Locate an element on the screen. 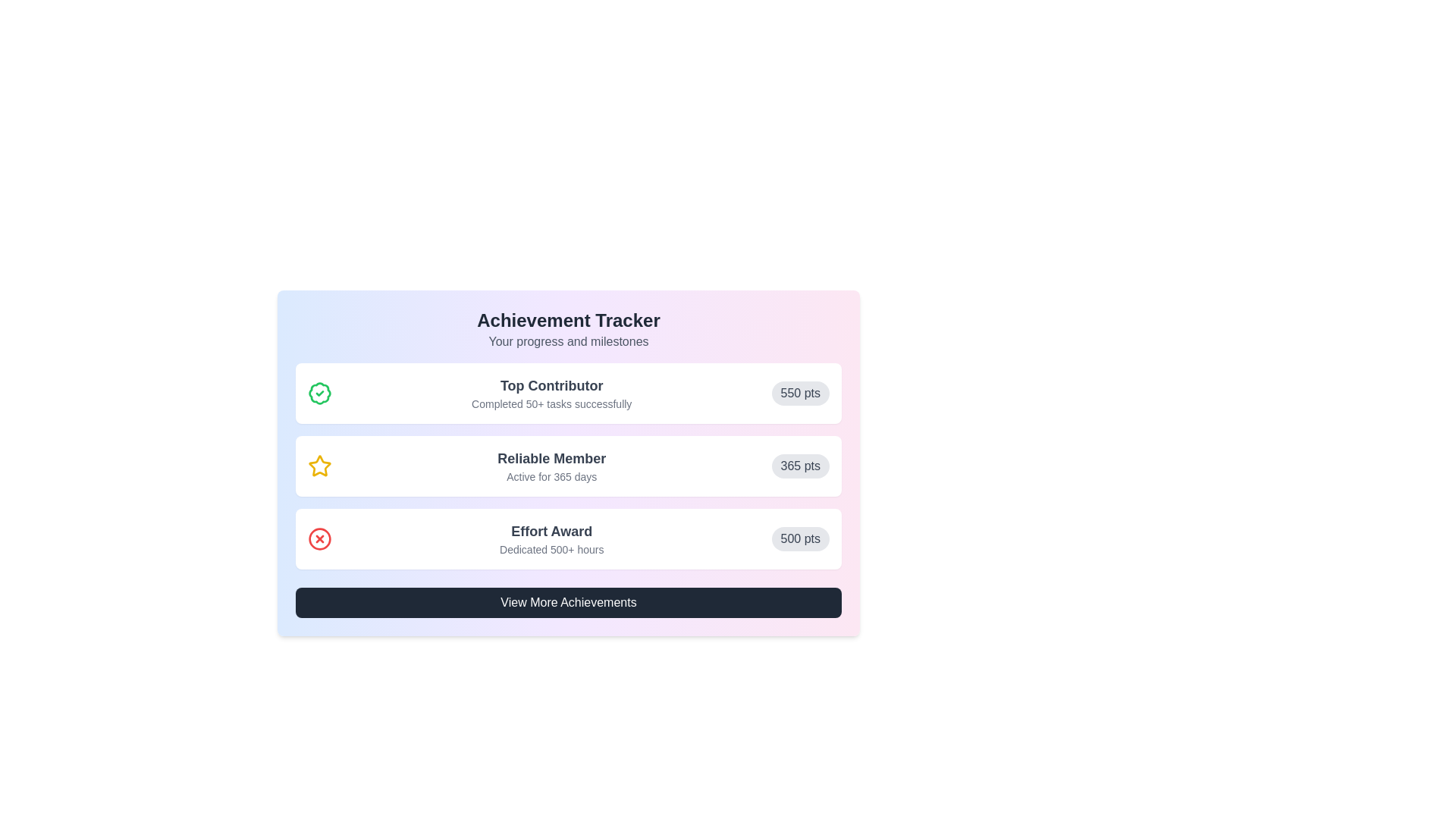  the circular icon with a red border and a red 'X' symbol in the 'Effort Award' section, which indicates a 'close' or 'error' status is located at coordinates (319, 538).